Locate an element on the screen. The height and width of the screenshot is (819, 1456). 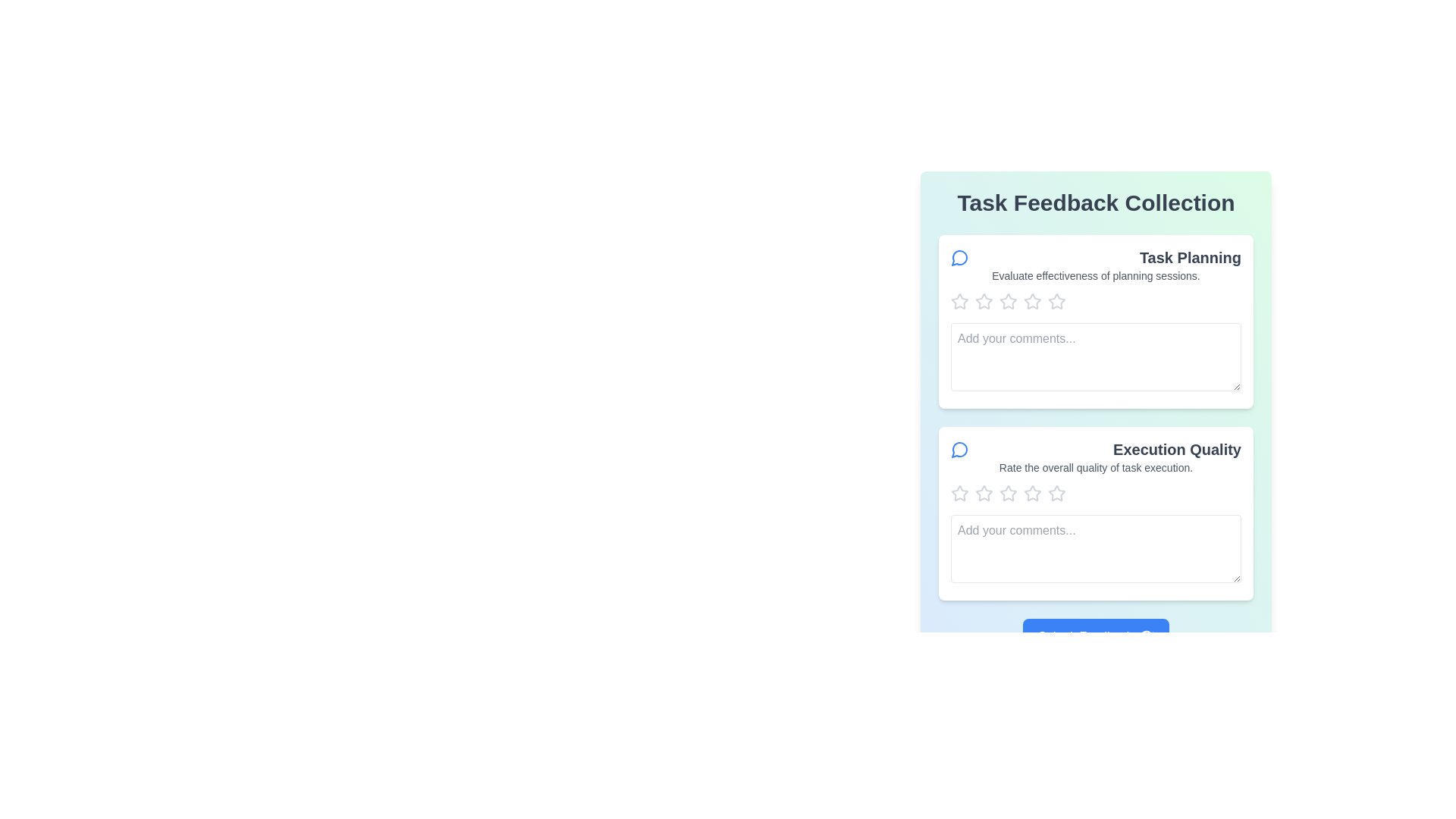
the first star icon in the 'Execution Quality' section is located at coordinates (984, 493).